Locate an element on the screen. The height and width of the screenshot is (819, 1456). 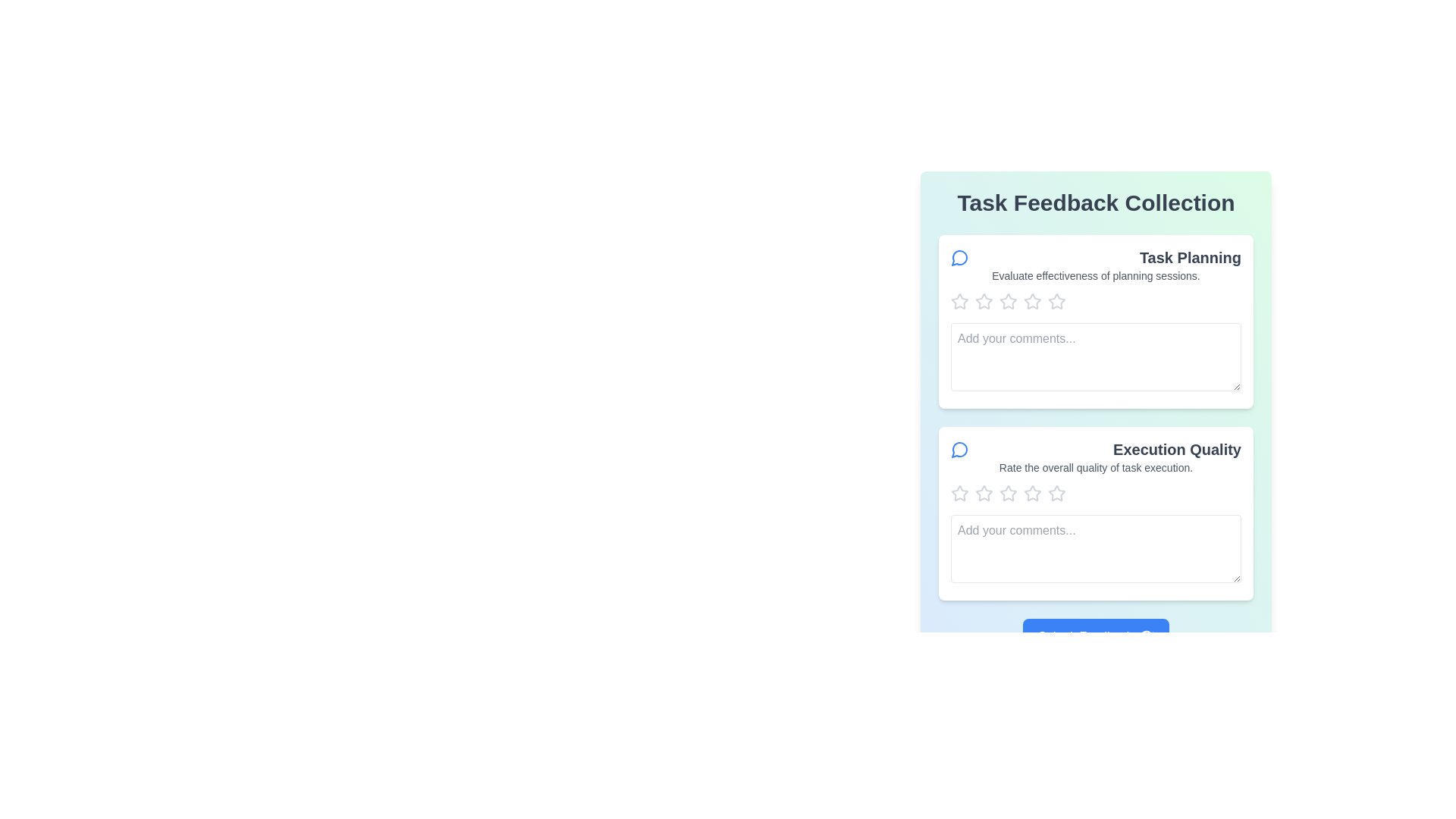
the first star icon in the 'Execution Quality' section is located at coordinates (984, 493).